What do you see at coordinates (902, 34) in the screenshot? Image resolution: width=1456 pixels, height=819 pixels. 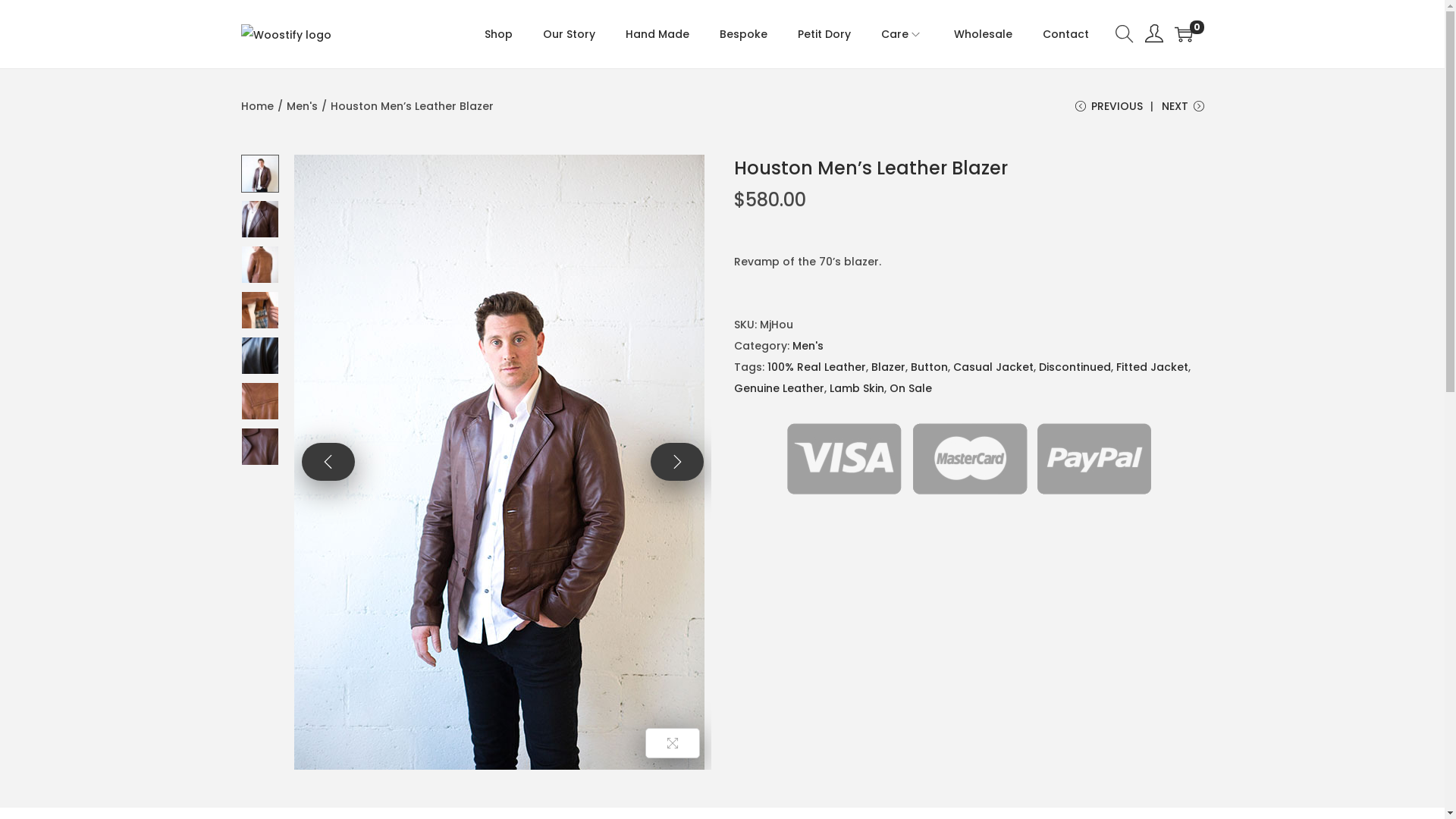 I see `'Care'` at bounding box center [902, 34].